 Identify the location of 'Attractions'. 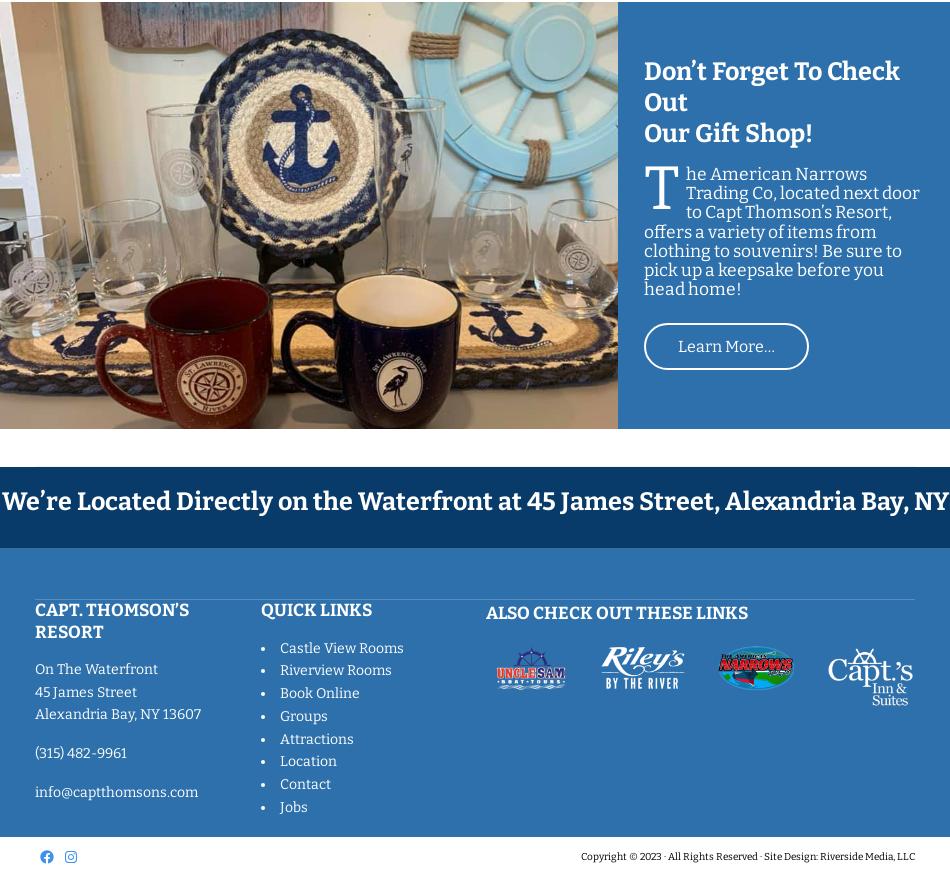
(314, 738).